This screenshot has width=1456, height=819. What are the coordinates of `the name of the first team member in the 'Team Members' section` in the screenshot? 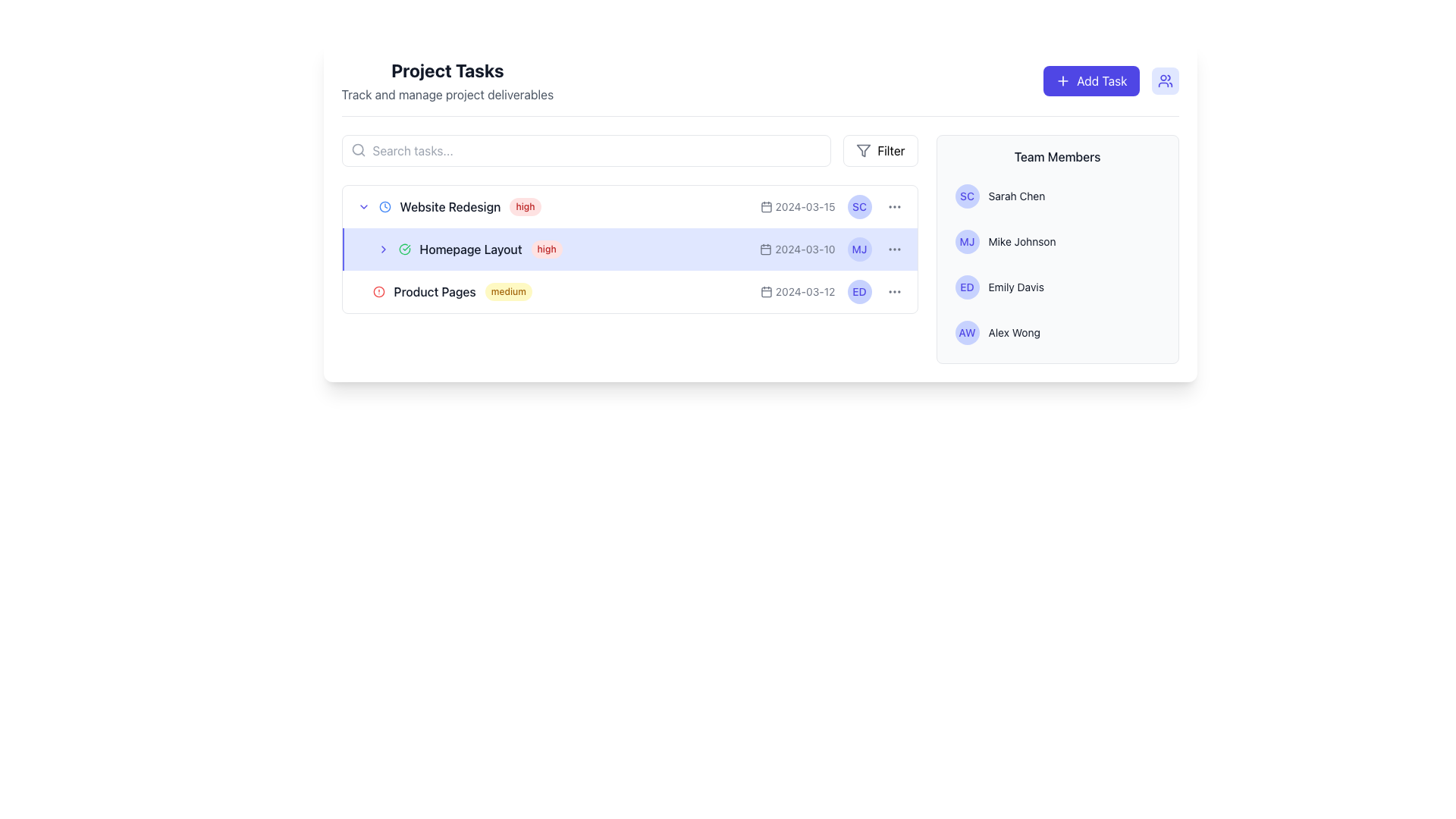 It's located at (1056, 195).